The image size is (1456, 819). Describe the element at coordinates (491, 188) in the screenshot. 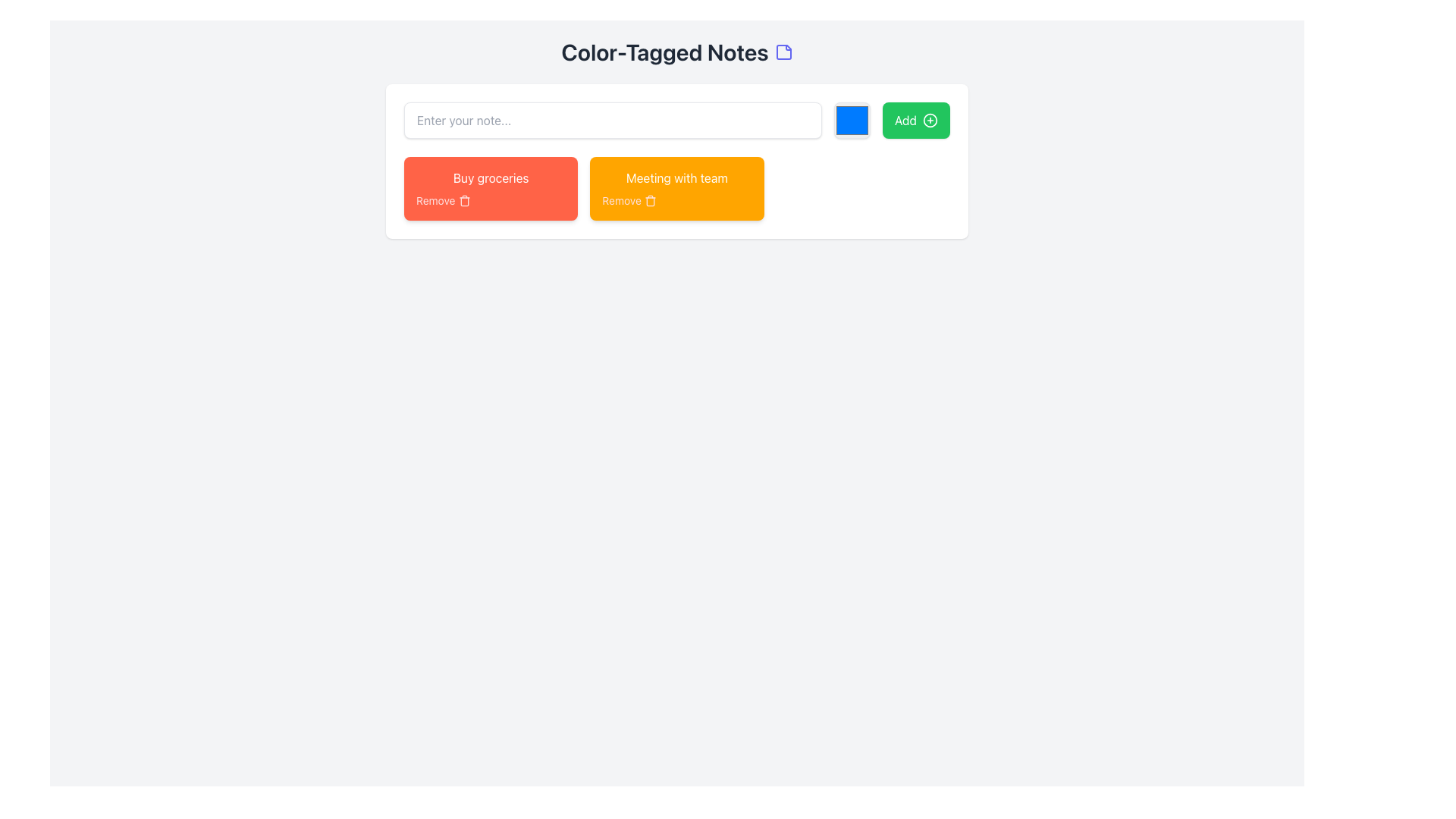

I see `task details of the 'Buy groceries' card, which is the first card in the grid layout and contains a 'Remove' button to delete the task` at that location.